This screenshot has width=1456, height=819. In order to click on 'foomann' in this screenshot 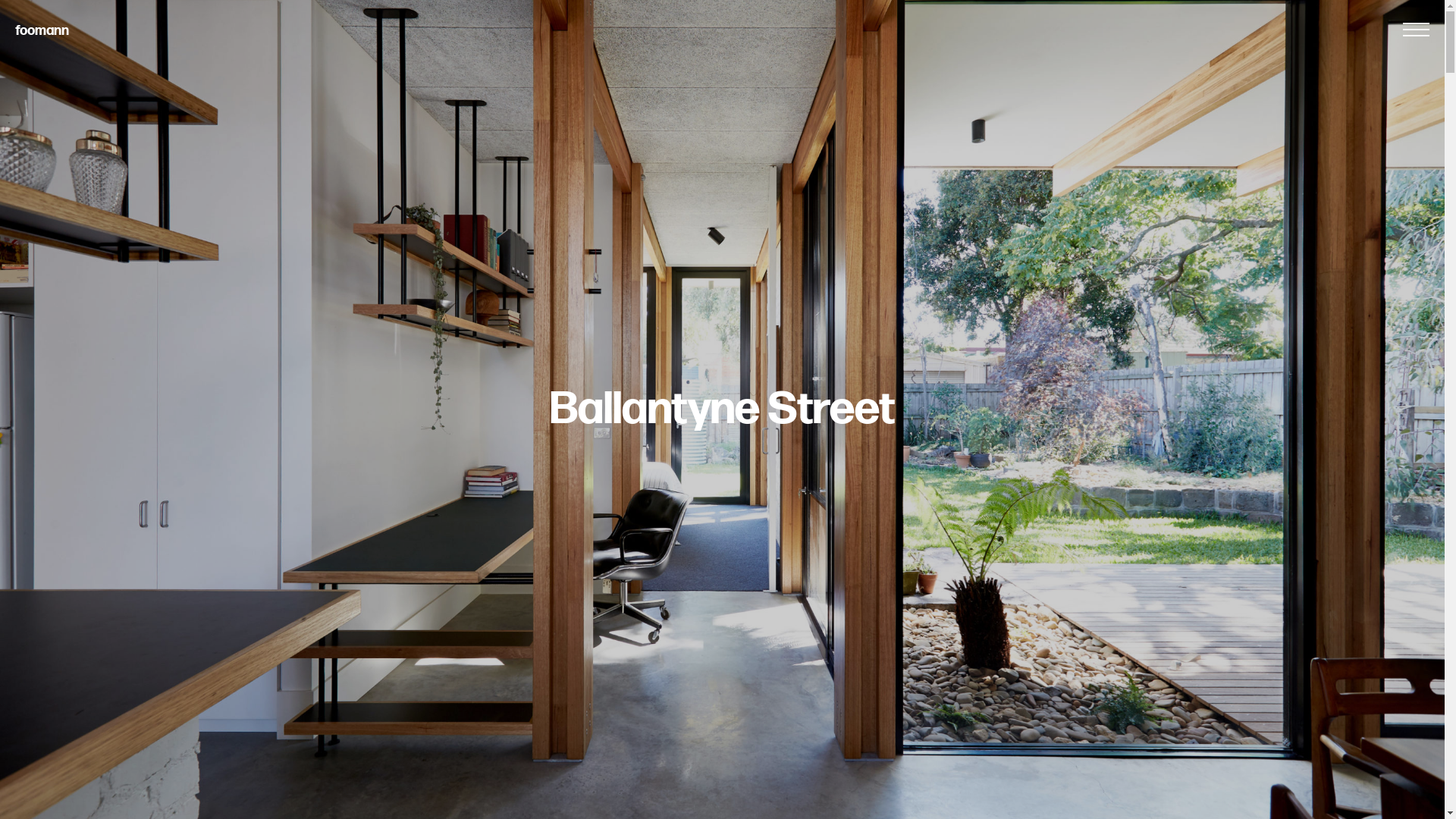, I will do `click(42, 30)`.